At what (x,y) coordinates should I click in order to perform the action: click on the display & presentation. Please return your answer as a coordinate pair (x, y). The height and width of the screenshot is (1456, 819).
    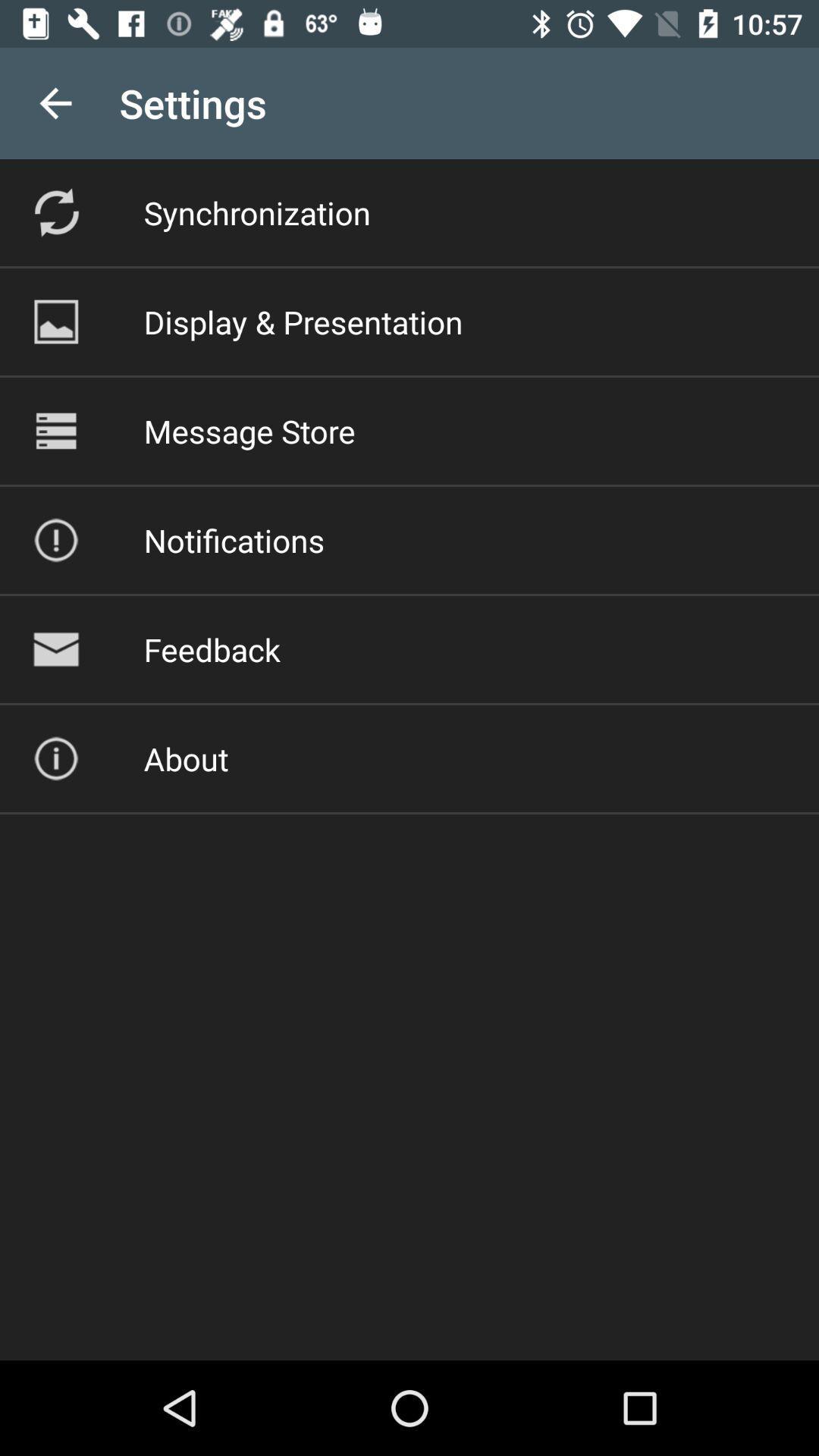
    Looking at the image, I should click on (303, 321).